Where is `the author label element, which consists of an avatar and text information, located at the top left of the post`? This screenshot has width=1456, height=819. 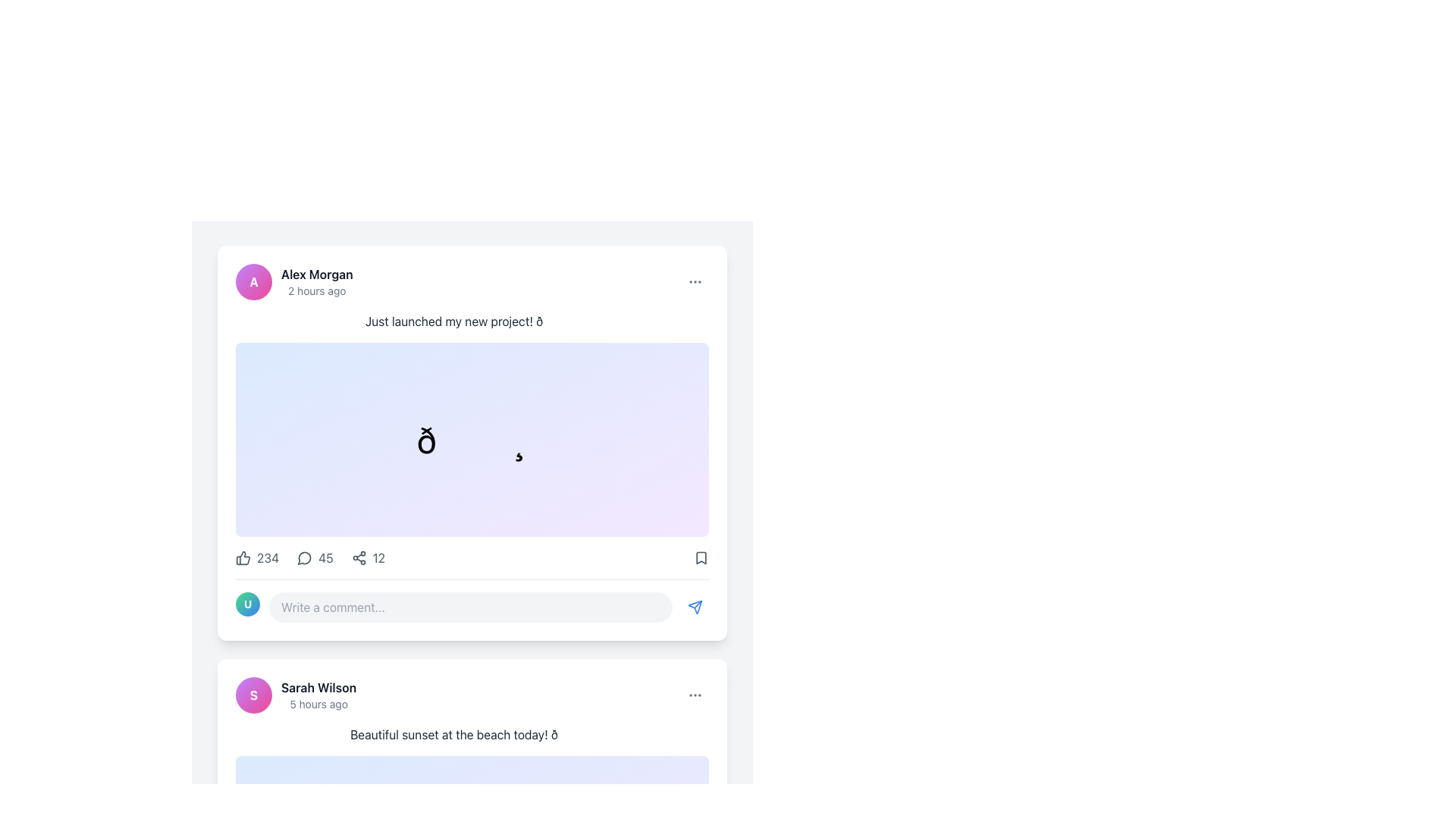
the author label element, which consists of an avatar and text information, located at the top left of the post is located at coordinates (296, 695).